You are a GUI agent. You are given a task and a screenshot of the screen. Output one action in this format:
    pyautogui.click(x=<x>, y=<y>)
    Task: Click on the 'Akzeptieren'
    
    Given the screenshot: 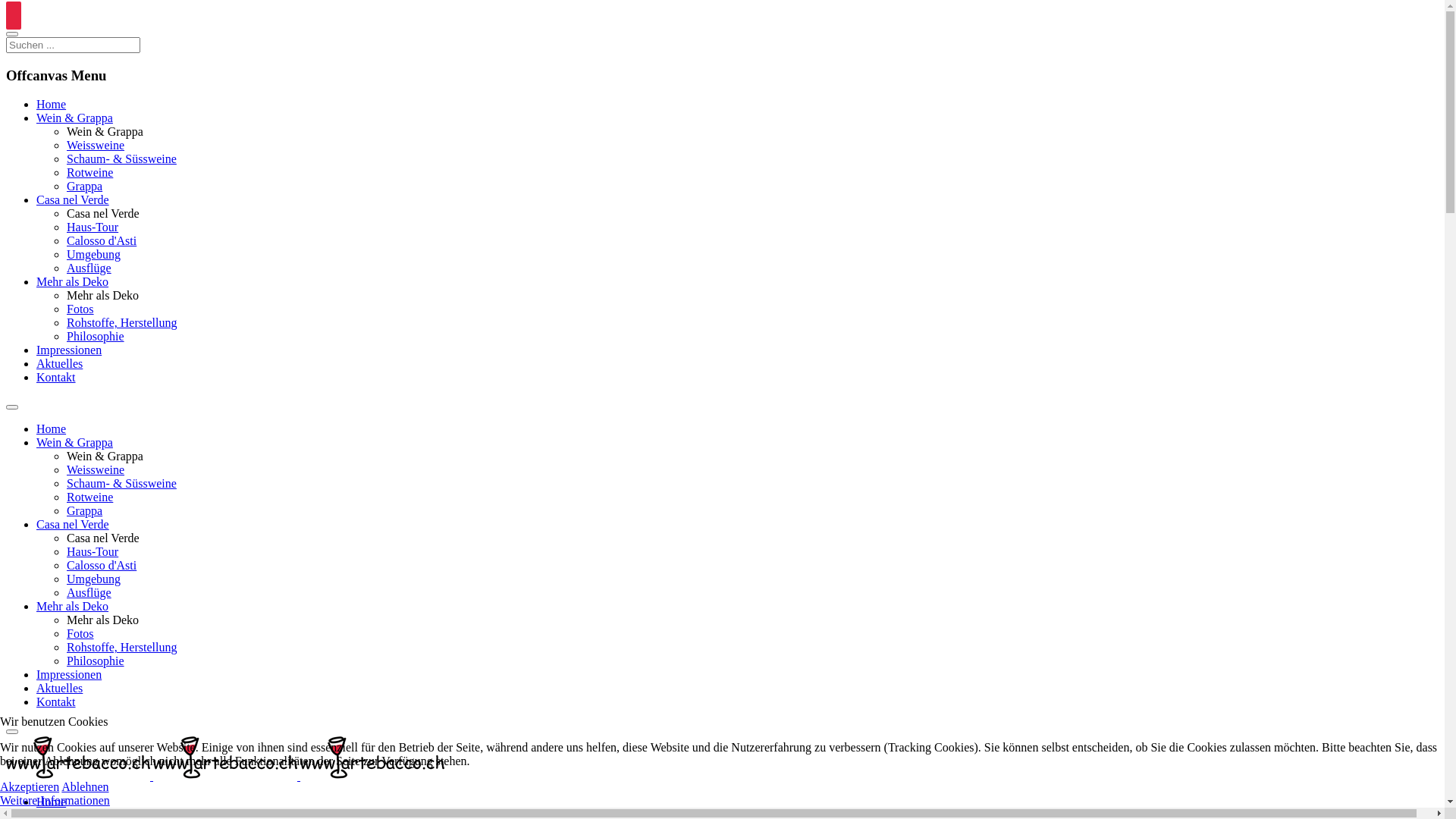 What is the action you would take?
    pyautogui.click(x=29, y=786)
    